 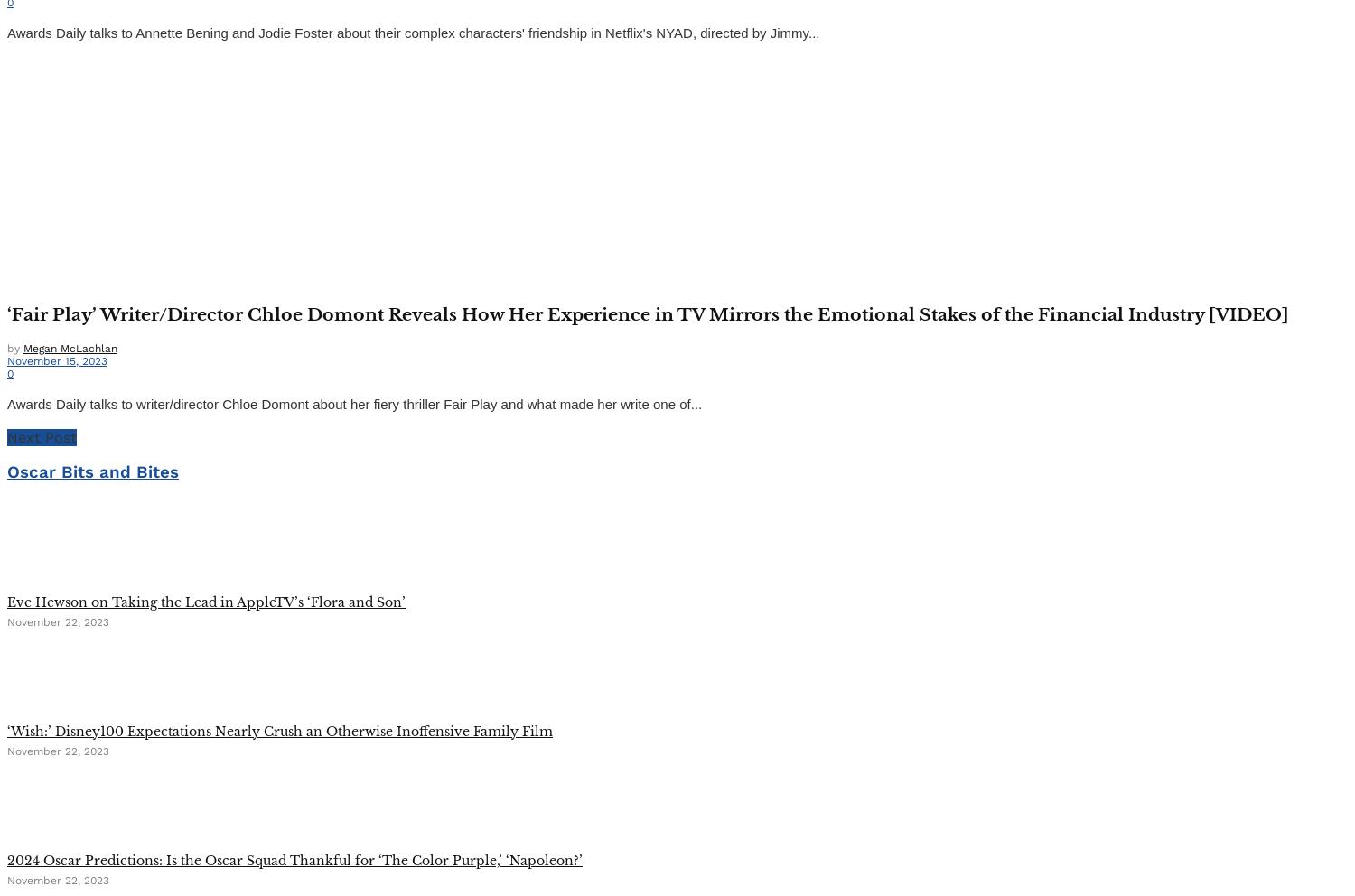 What do you see at coordinates (294, 860) in the screenshot?
I see `'2024 Oscar Predictions: Is the Oscar Squad Thankful for ‘The Color Purple,’ ‘Napoleon?’'` at bounding box center [294, 860].